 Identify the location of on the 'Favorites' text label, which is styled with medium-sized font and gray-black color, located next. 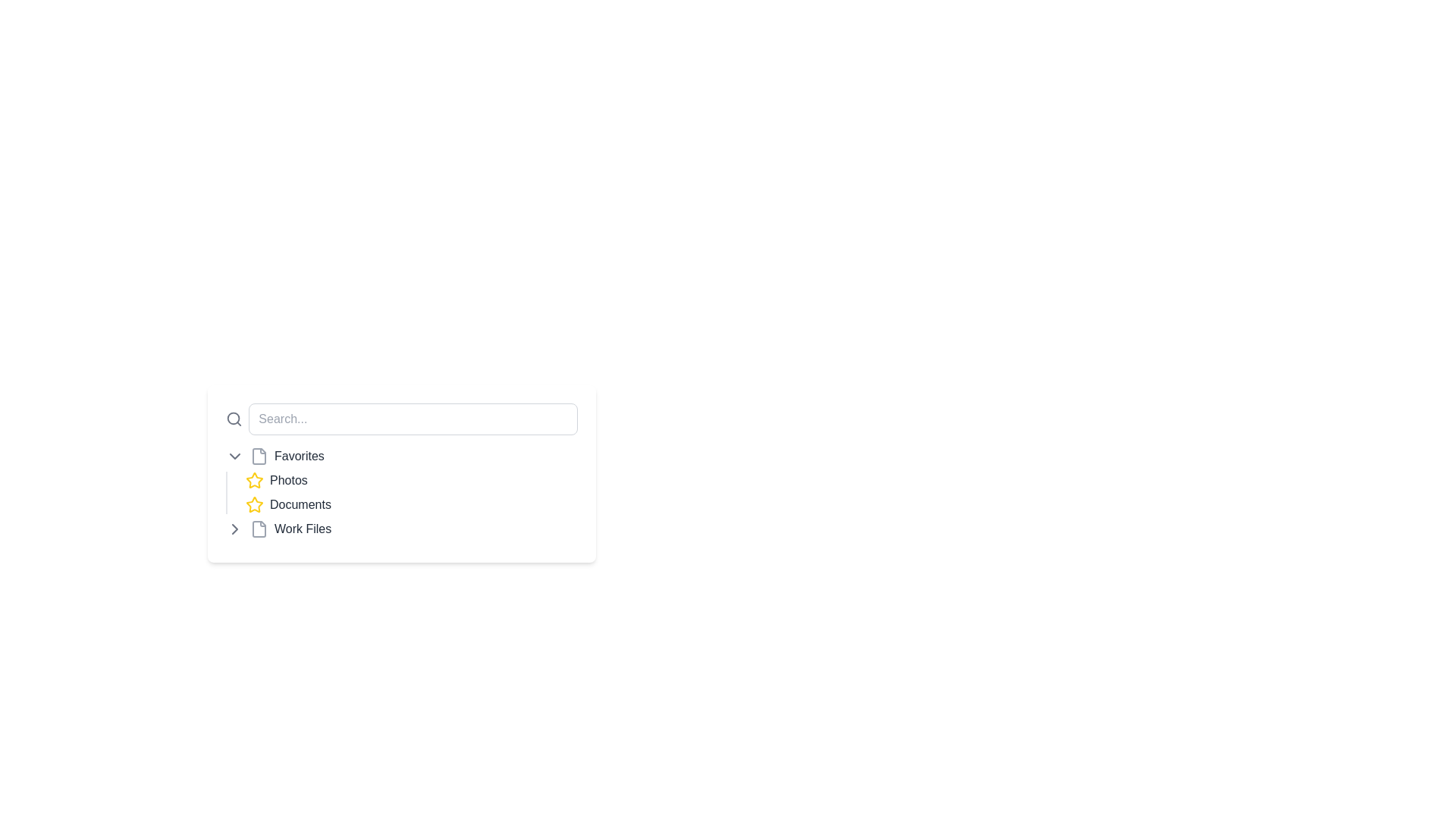
(299, 455).